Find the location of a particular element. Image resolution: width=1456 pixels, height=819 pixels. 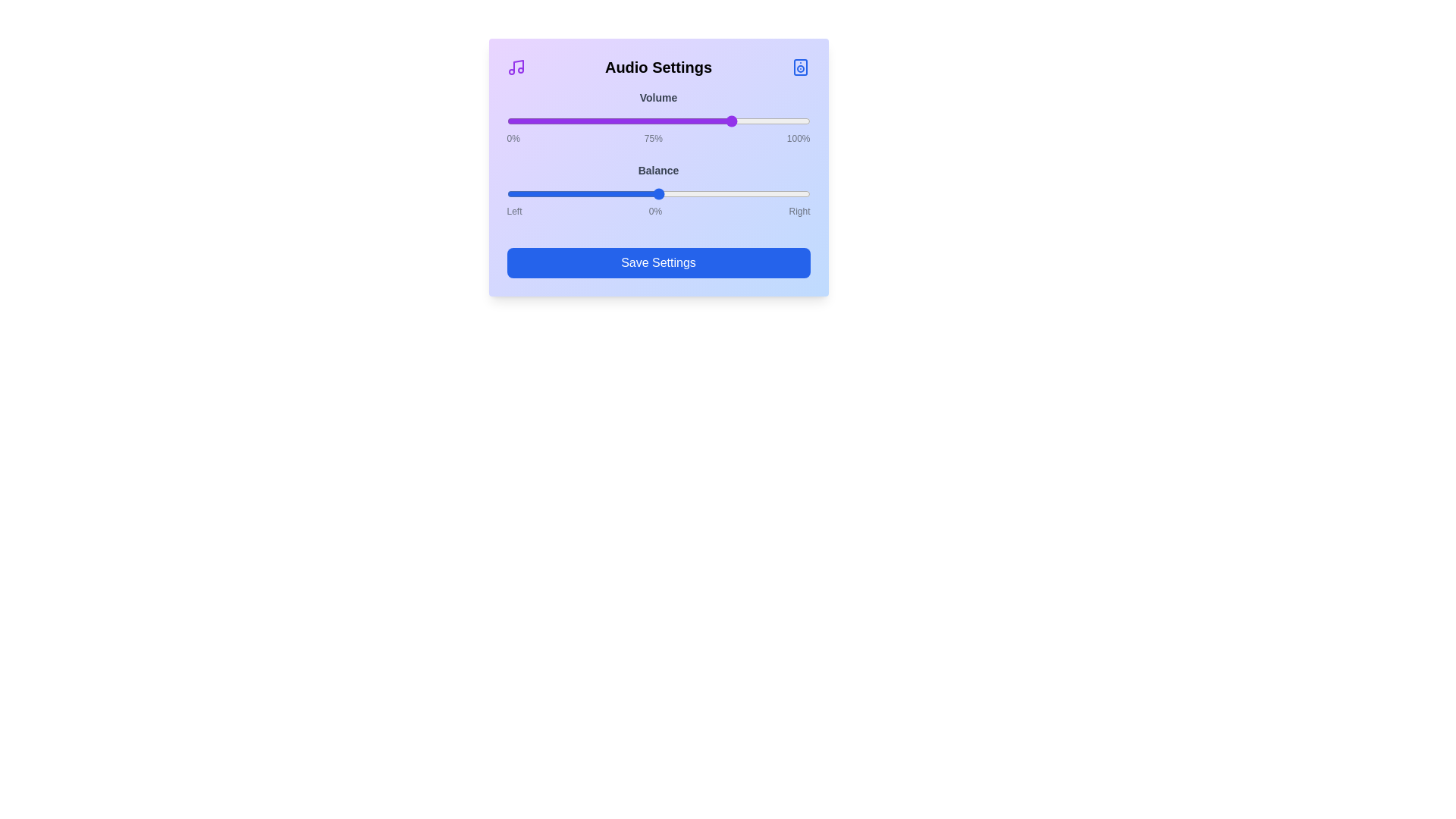

the balance slider to -63 is located at coordinates (562, 193).